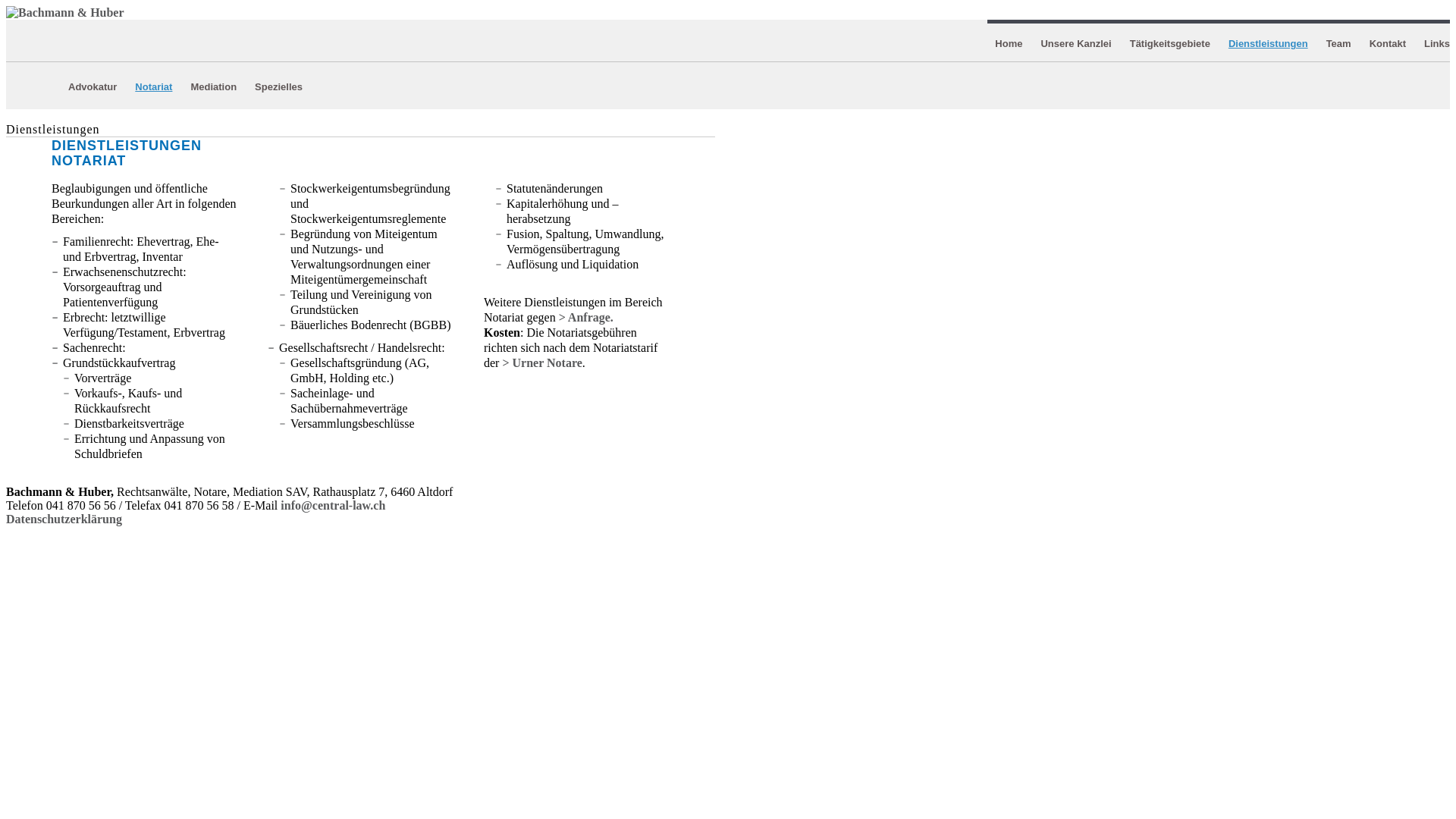  I want to click on 'Kontakt', so click(1387, 42).